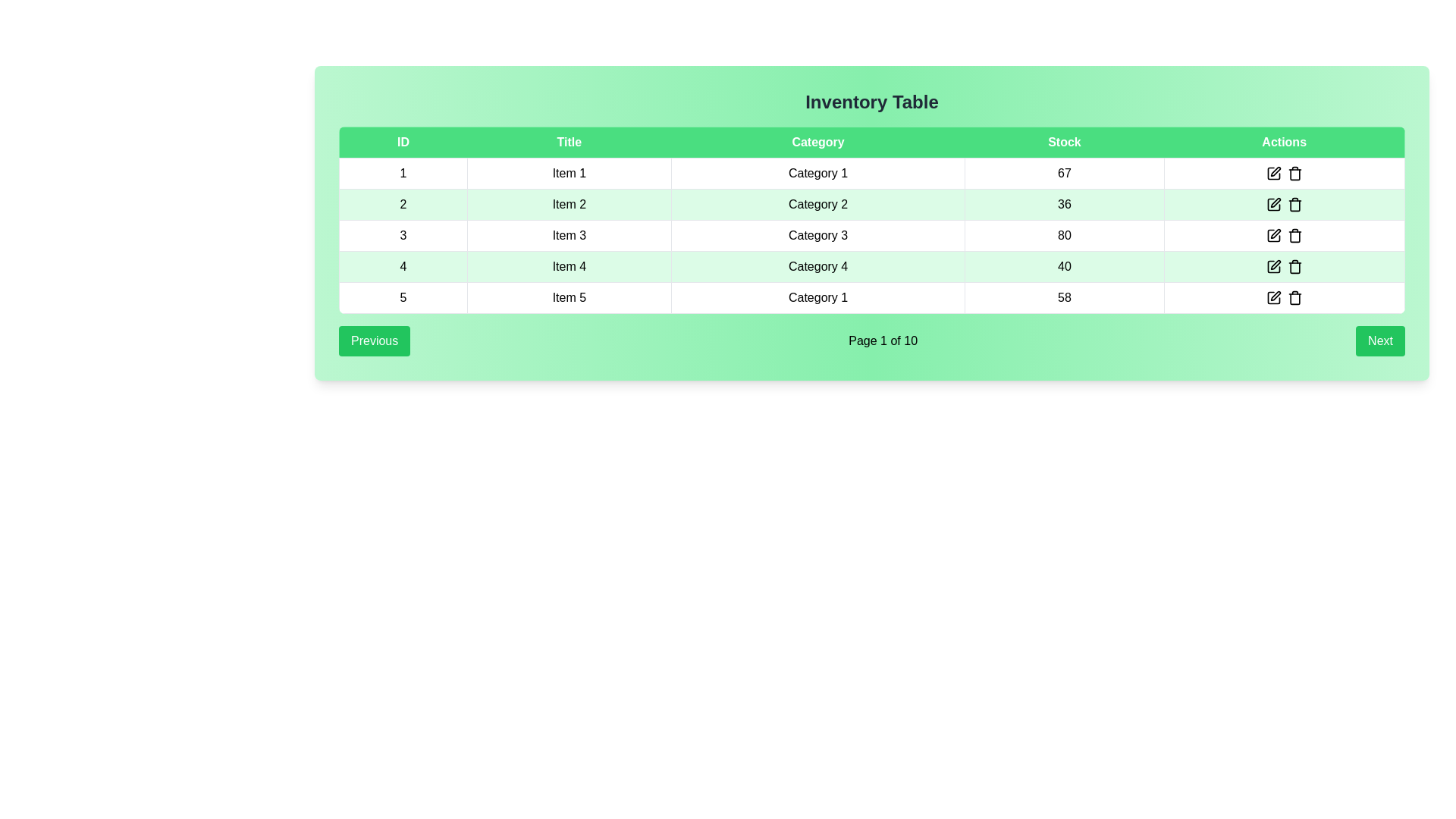  Describe the element at coordinates (817, 265) in the screenshot. I see `the informational Text label representing the category of the fourth item in the table, located in the third column of the fourth row` at that location.